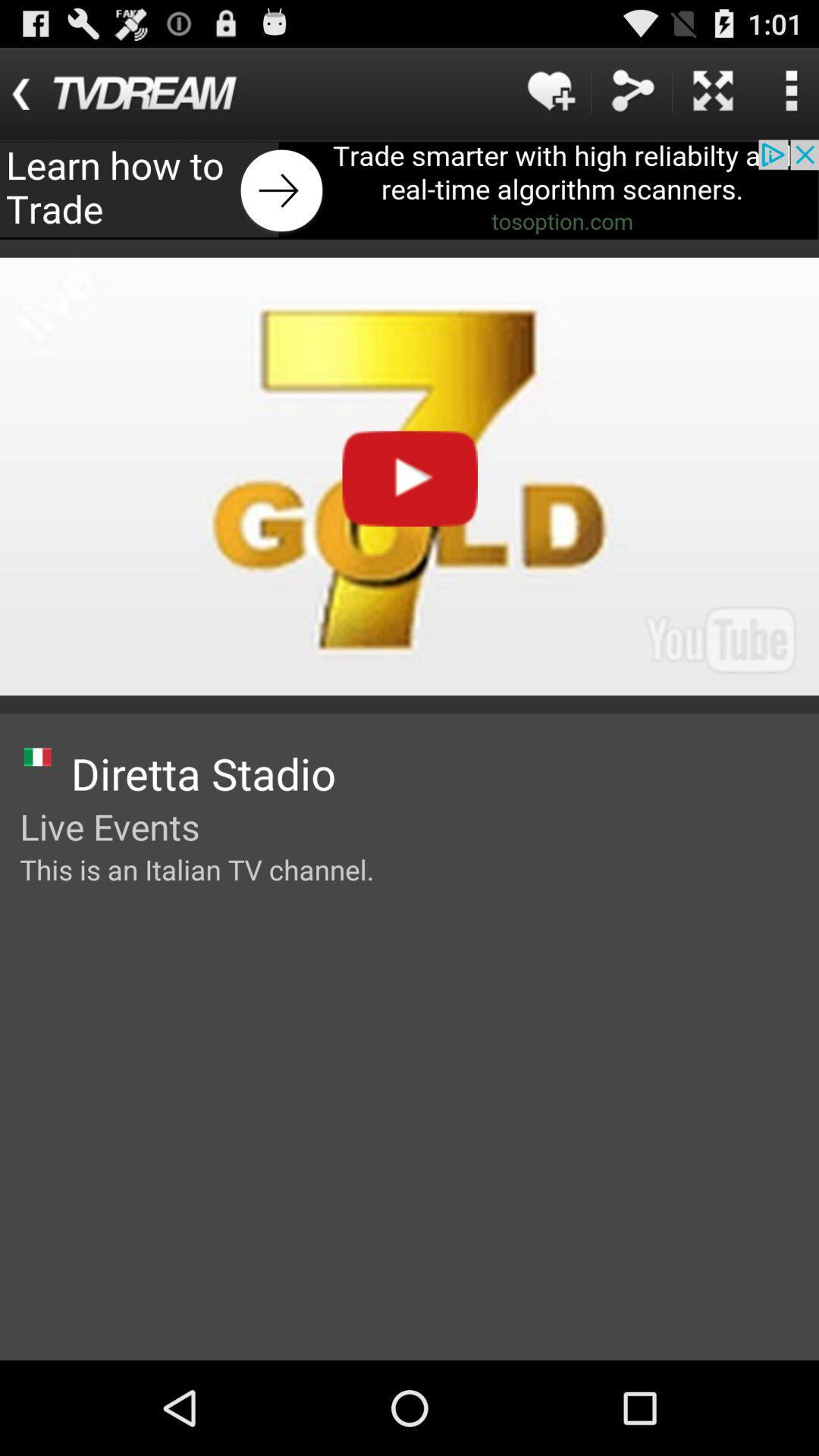 The image size is (819, 1456). I want to click on to share the video, so click(632, 89).